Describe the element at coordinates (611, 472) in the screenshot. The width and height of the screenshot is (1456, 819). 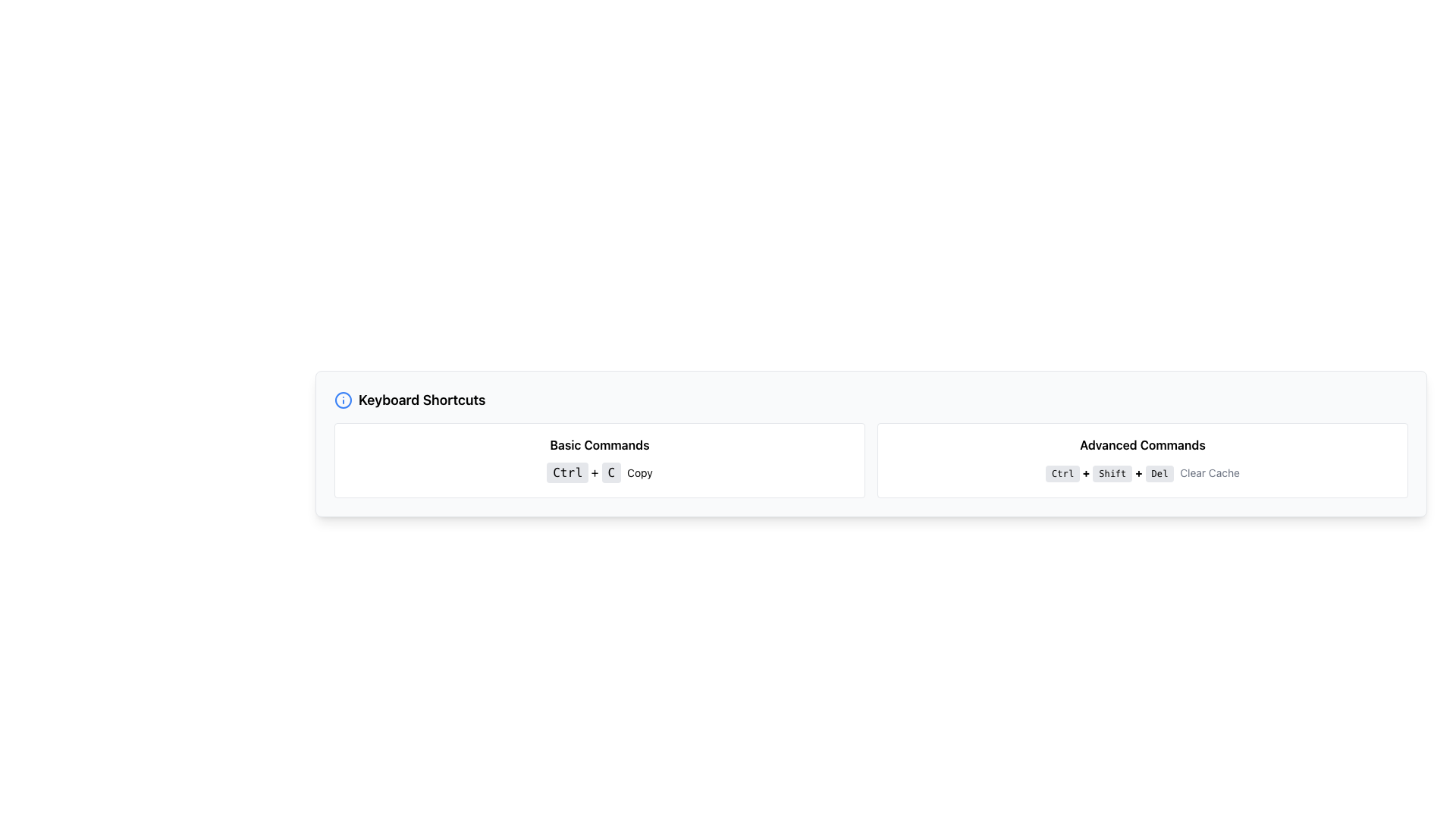
I see `the 'C' key button in the 'Basic Commands' section under 'Keyboard Shortcuts' which represents the copy function` at that location.